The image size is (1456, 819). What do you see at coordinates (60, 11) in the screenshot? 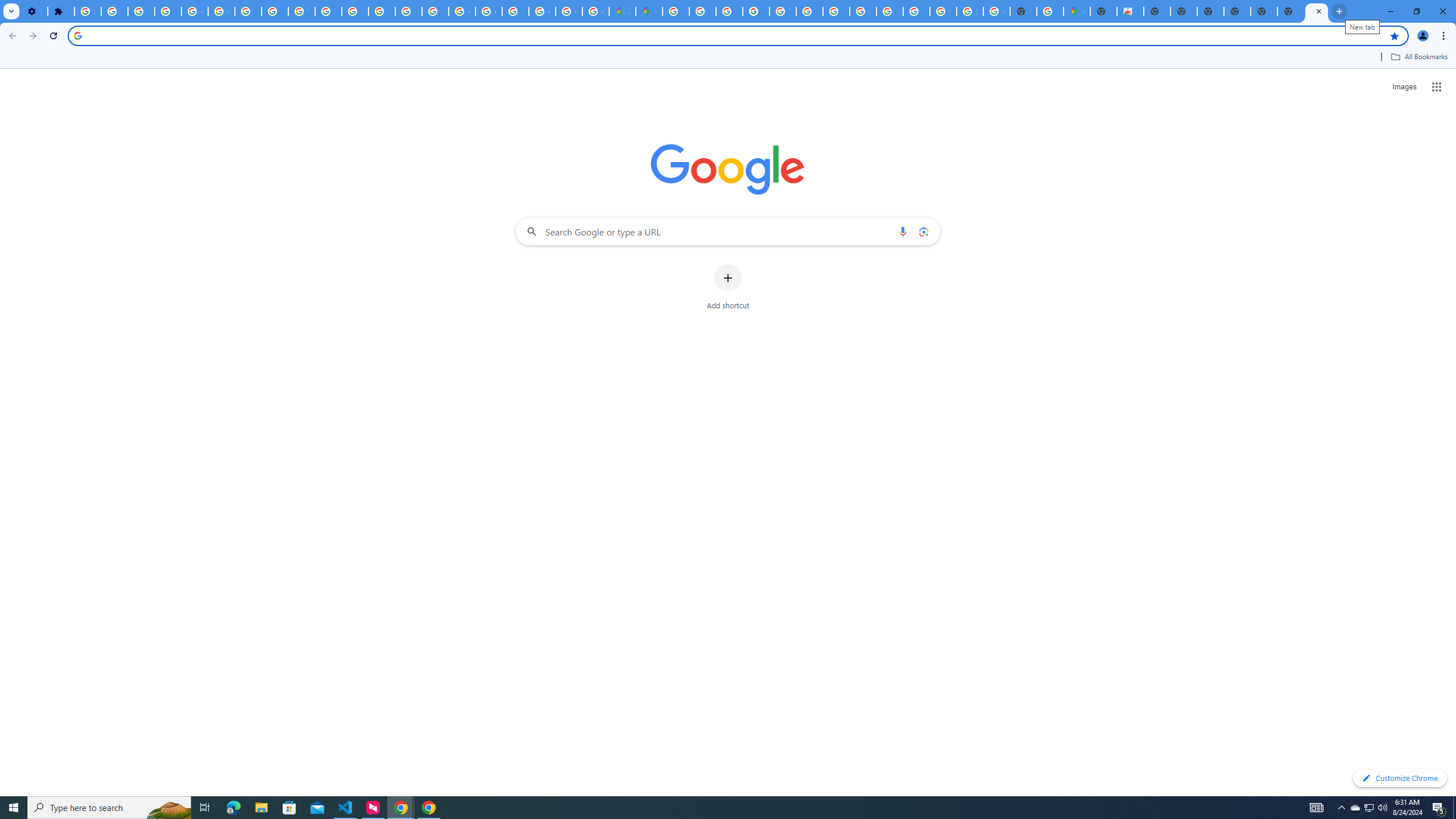
I see `'Extensions'` at bounding box center [60, 11].